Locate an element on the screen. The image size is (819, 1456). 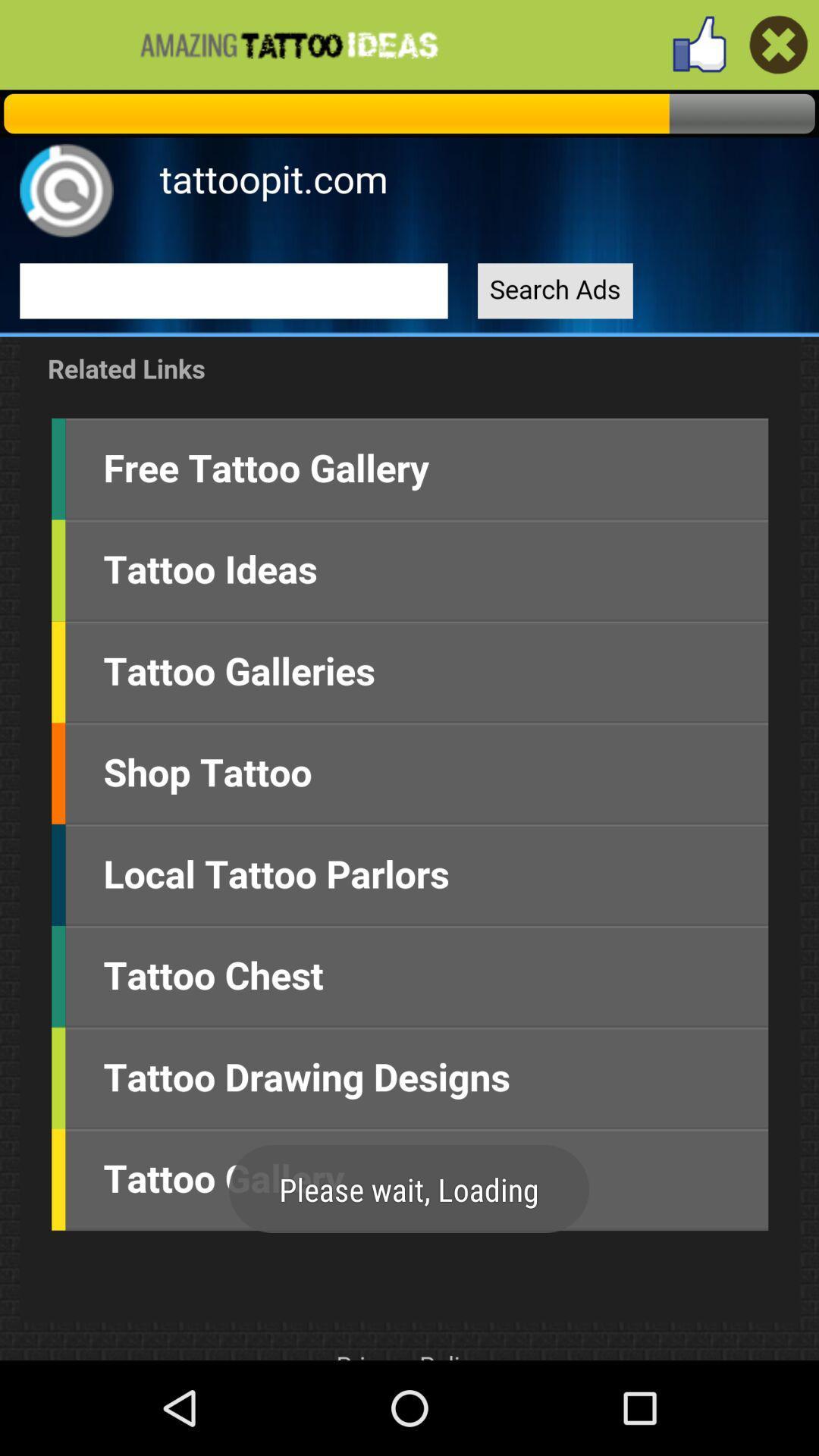
press like is located at coordinates (699, 44).